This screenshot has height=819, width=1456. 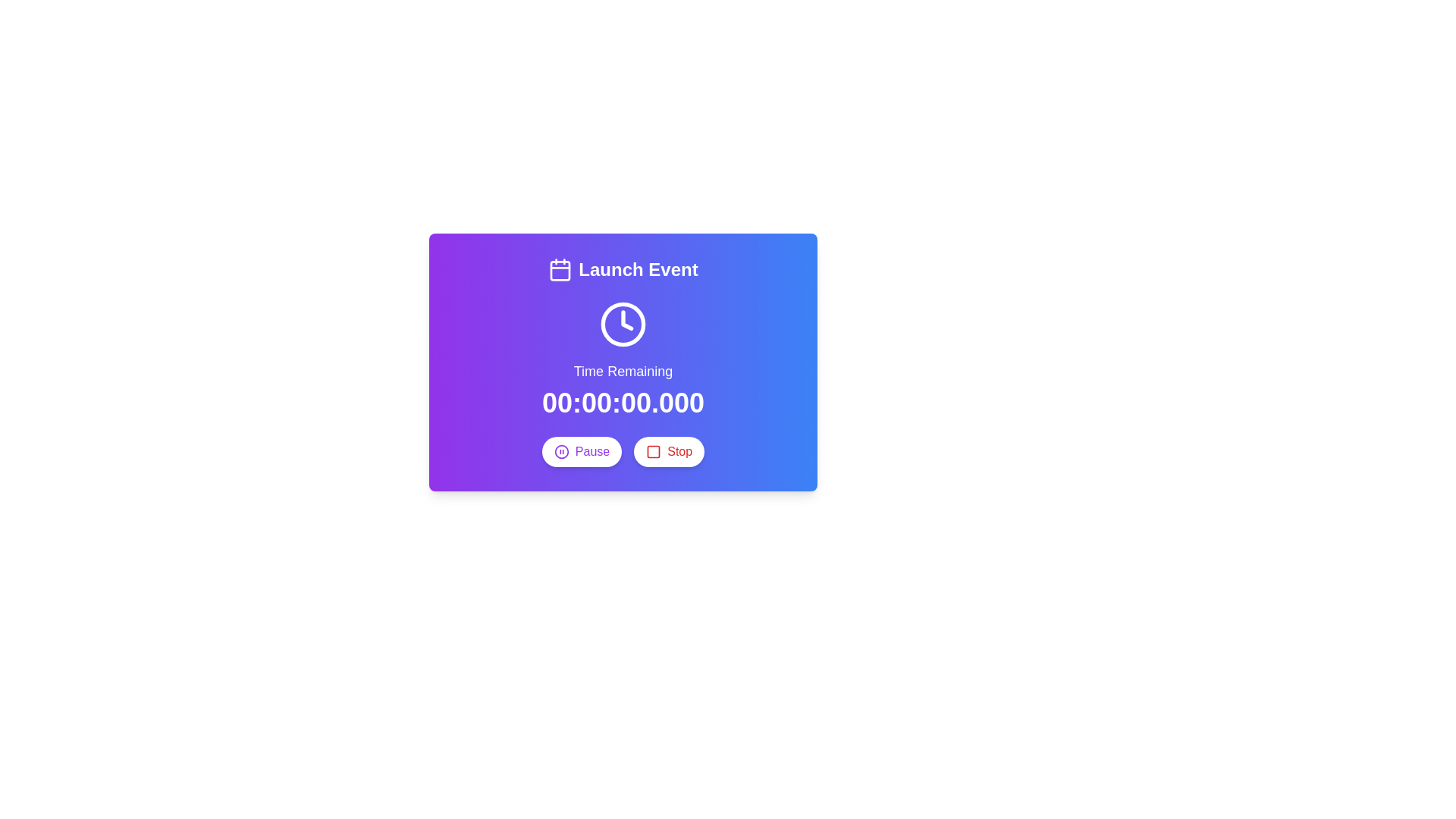 I want to click on the static countdown timer display located at the central lower part of the card, following the subtitle 'Time Remaining' and a clock icon, so click(x=623, y=403).